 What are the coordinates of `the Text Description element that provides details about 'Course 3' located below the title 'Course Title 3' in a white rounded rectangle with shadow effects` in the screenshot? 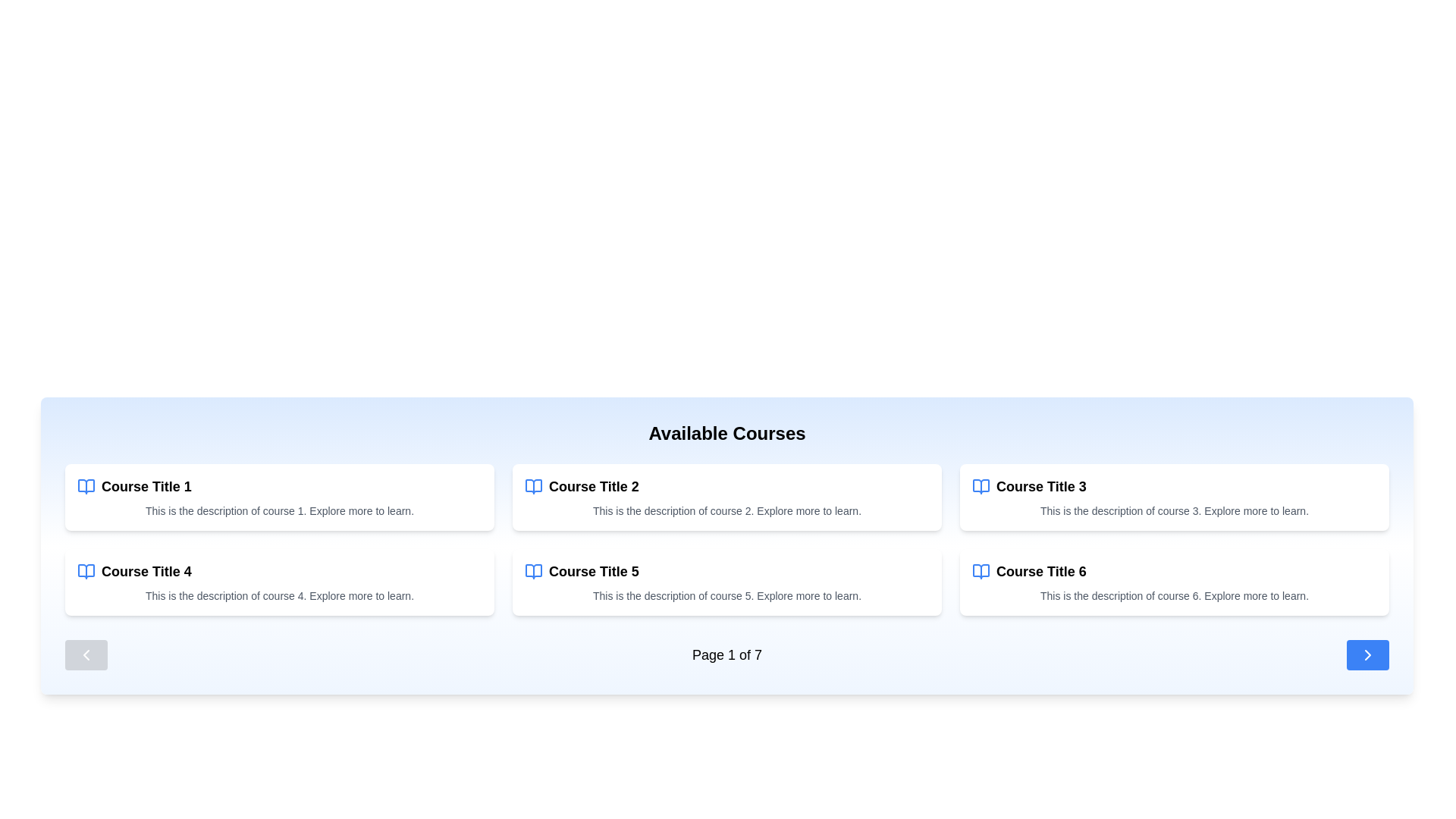 It's located at (1174, 511).